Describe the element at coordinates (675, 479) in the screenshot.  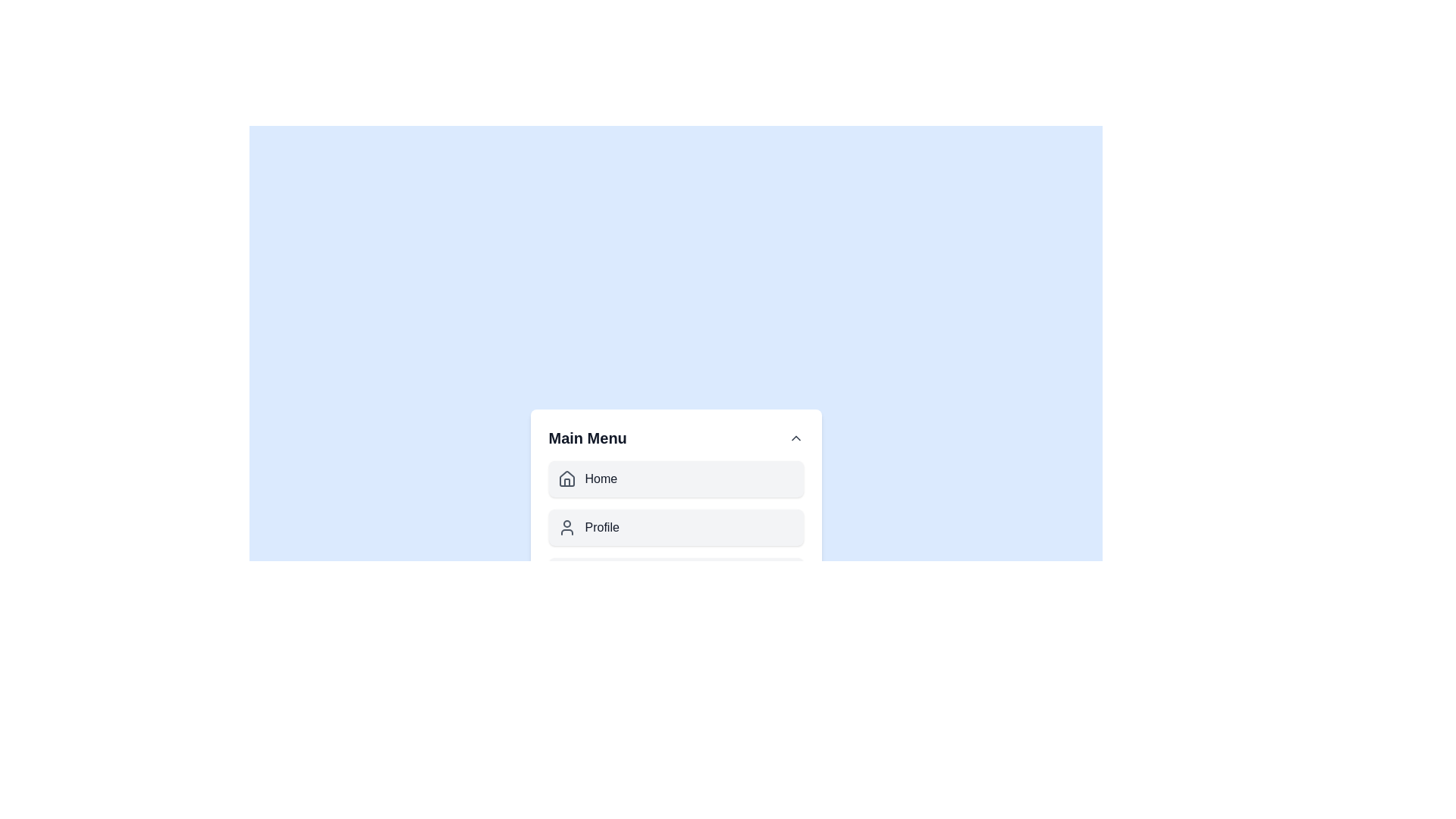
I see `the menu item labeled Home` at that location.